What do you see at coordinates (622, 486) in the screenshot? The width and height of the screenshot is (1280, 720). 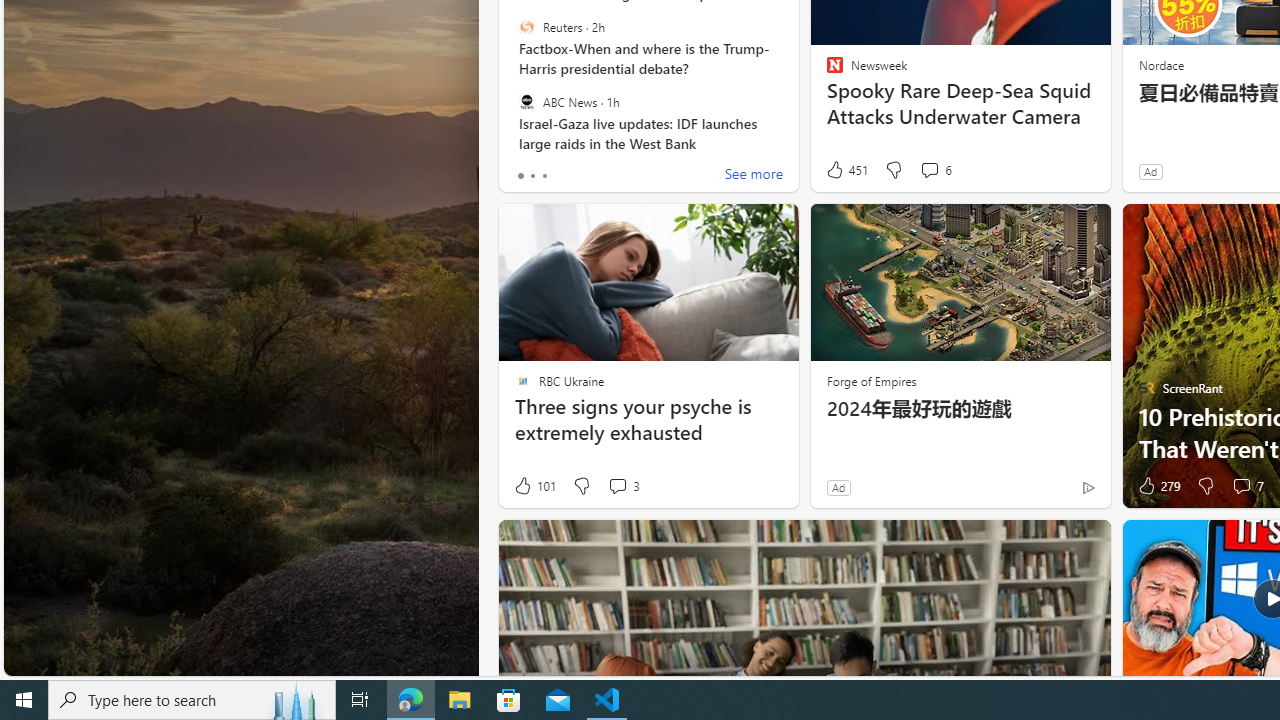 I see `'View comments 3 Comment'` at bounding box center [622, 486].